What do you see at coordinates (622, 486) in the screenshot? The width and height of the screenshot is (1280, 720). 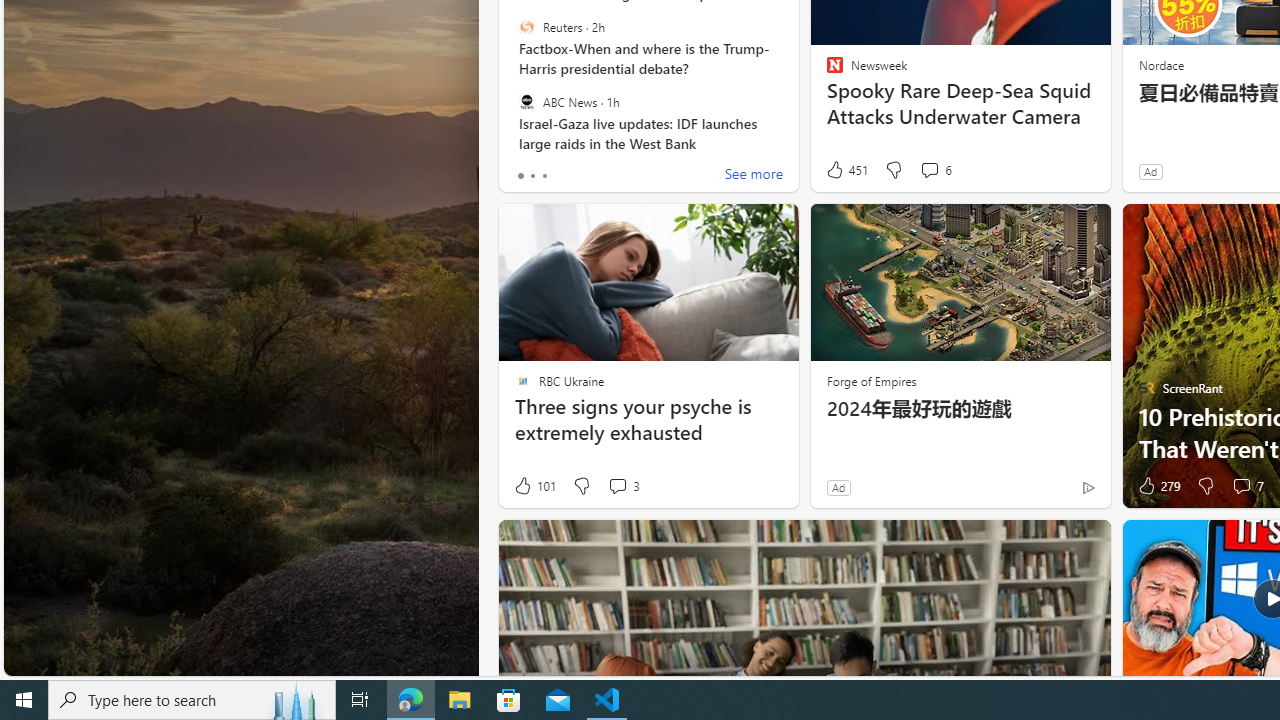 I see `'View comments 3 Comment'` at bounding box center [622, 486].